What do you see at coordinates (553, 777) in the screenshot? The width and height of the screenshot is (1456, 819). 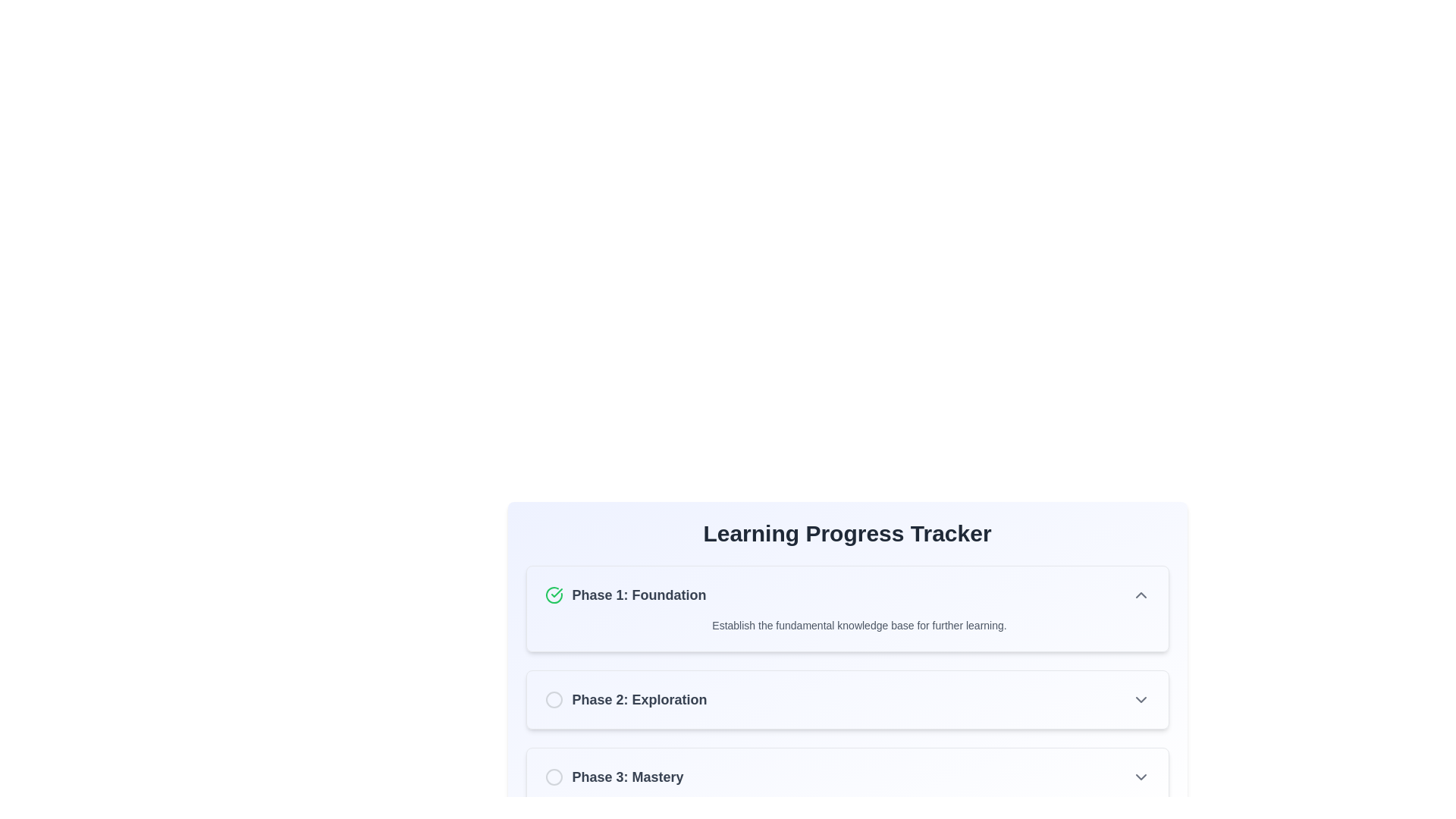 I see `the circular gray-outlined icon located to the left of the text 'Phase 3: Mastery', which serves as a marker for this phase` at bounding box center [553, 777].